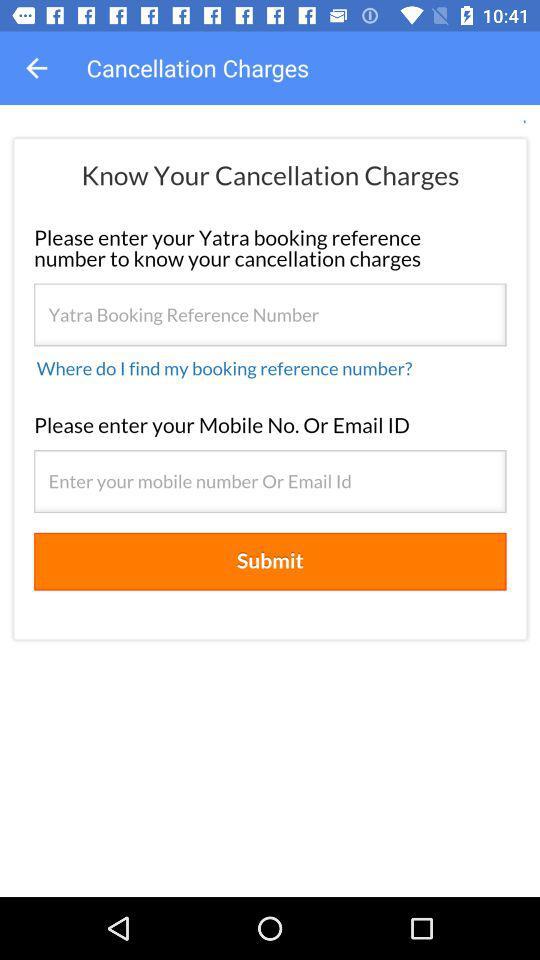 This screenshot has width=540, height=960. Describe the element at coordinates (36, 68) in the screenshot. I see `go back` at that location.